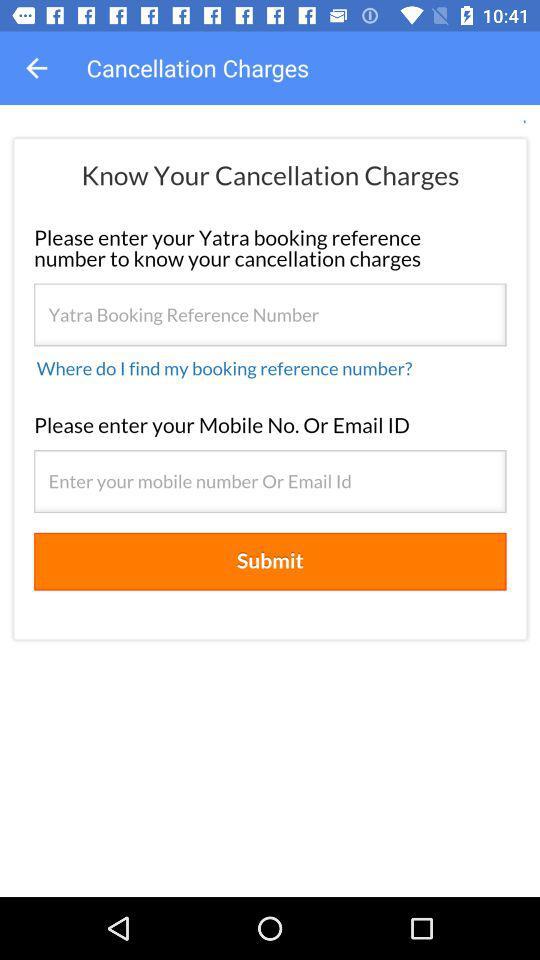 This screenshot has width=540, height=960. Describe the element at coordinates (36, 68) in the screenshot. I see `go back` at that location.